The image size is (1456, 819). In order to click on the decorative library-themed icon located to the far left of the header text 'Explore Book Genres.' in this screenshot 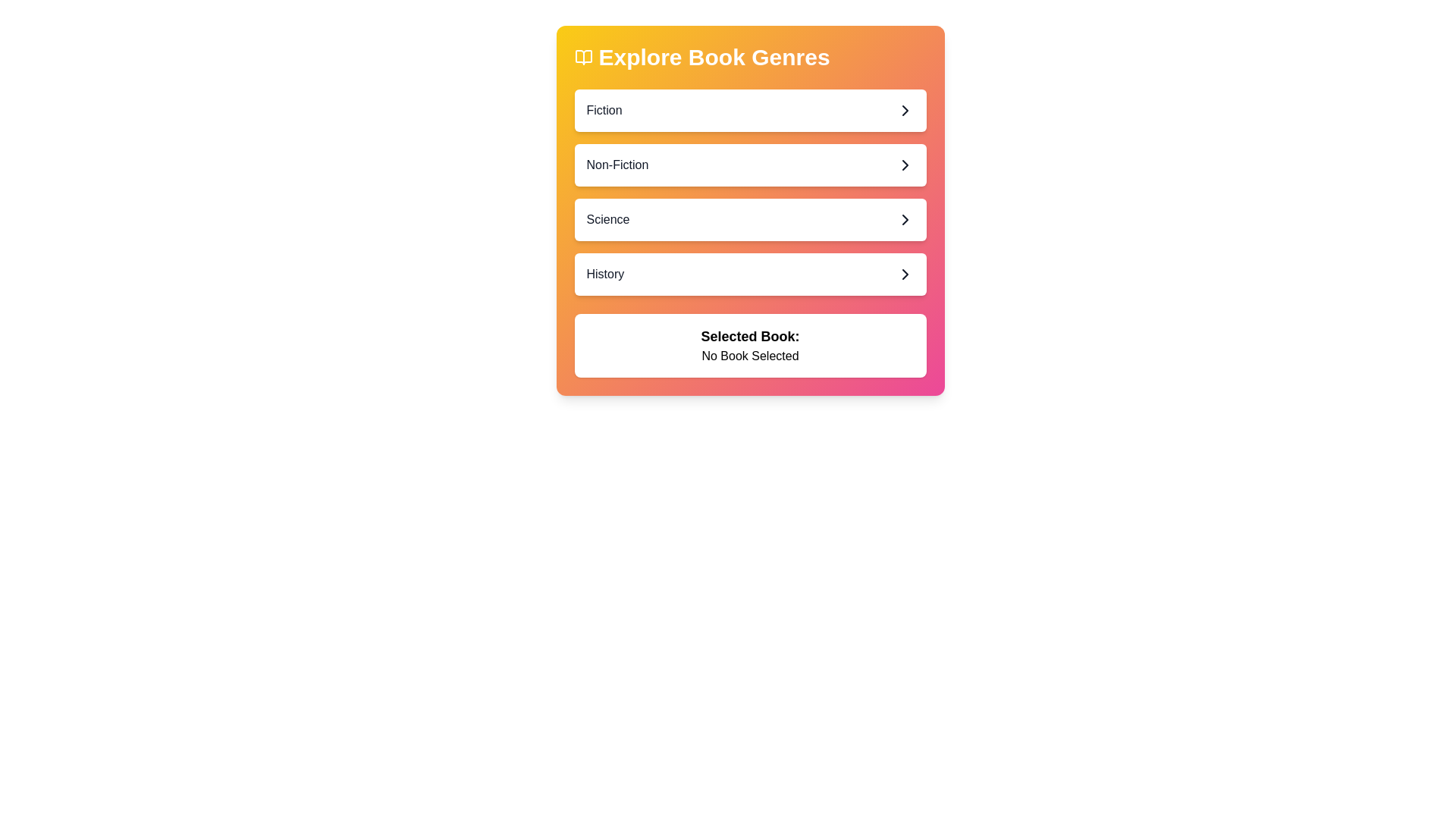, I will do `click(582, 57)`.